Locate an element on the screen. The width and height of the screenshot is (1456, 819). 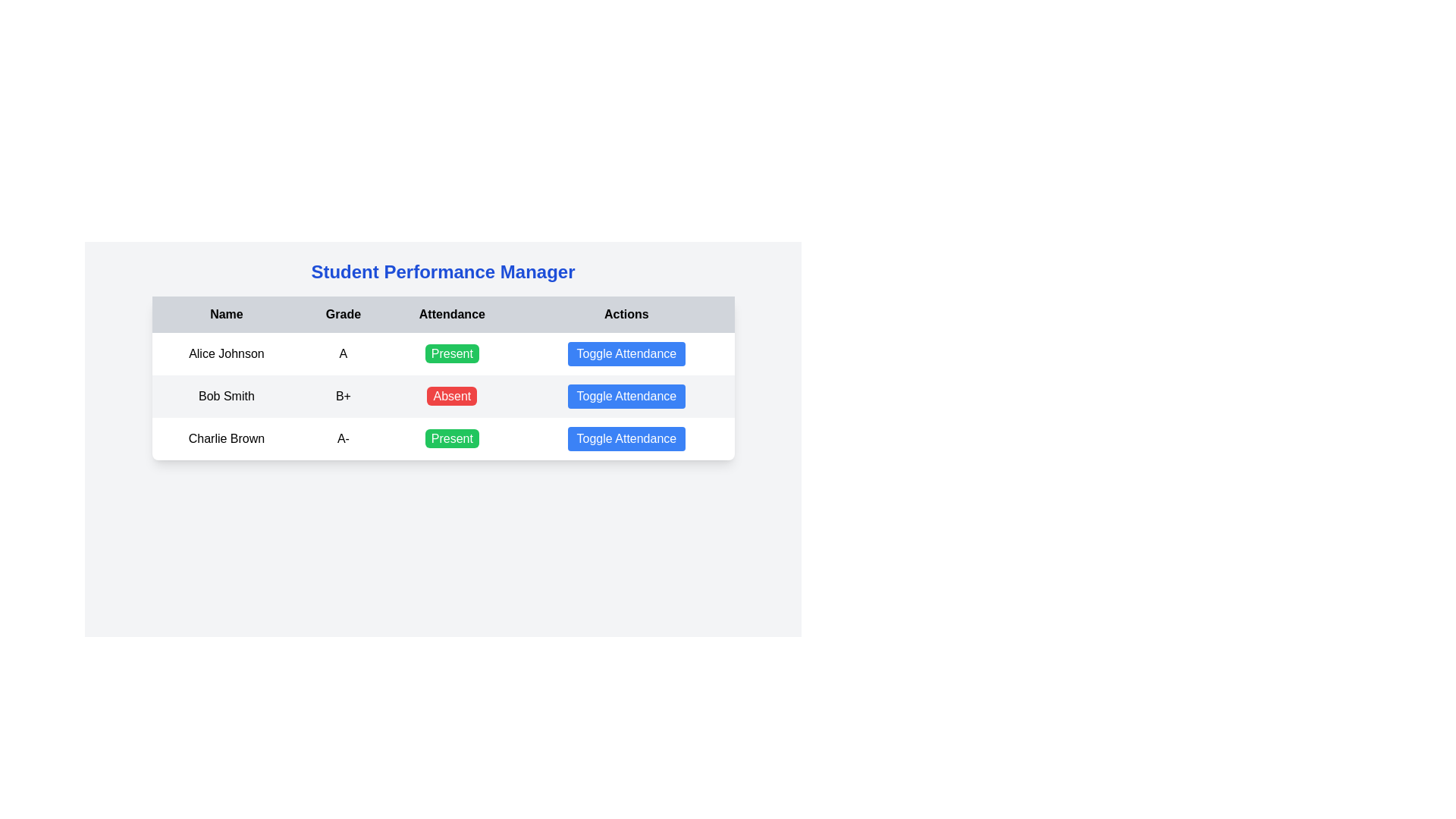
the text label displaying 'Alice Johnson', which is located in the first row and first column of the table layout, before the elements labeled 'A', 'Present', and 'Toggle Attendance' is located at coordinates (225, 353).